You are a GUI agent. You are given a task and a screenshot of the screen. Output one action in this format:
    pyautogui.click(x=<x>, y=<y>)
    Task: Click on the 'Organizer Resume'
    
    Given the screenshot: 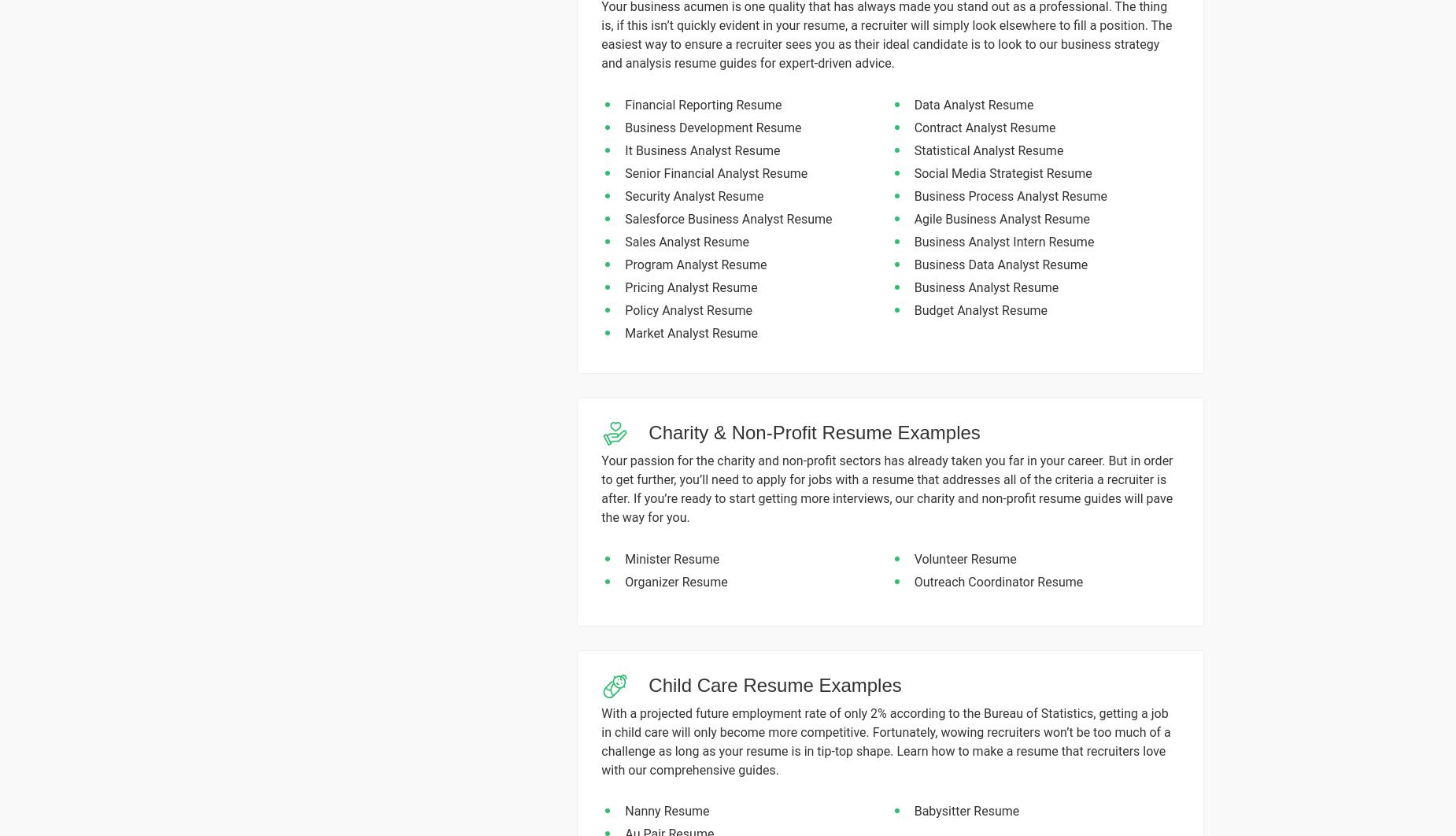 What is the action you would take?
    pyautogui.click(x=675, y=581)
    